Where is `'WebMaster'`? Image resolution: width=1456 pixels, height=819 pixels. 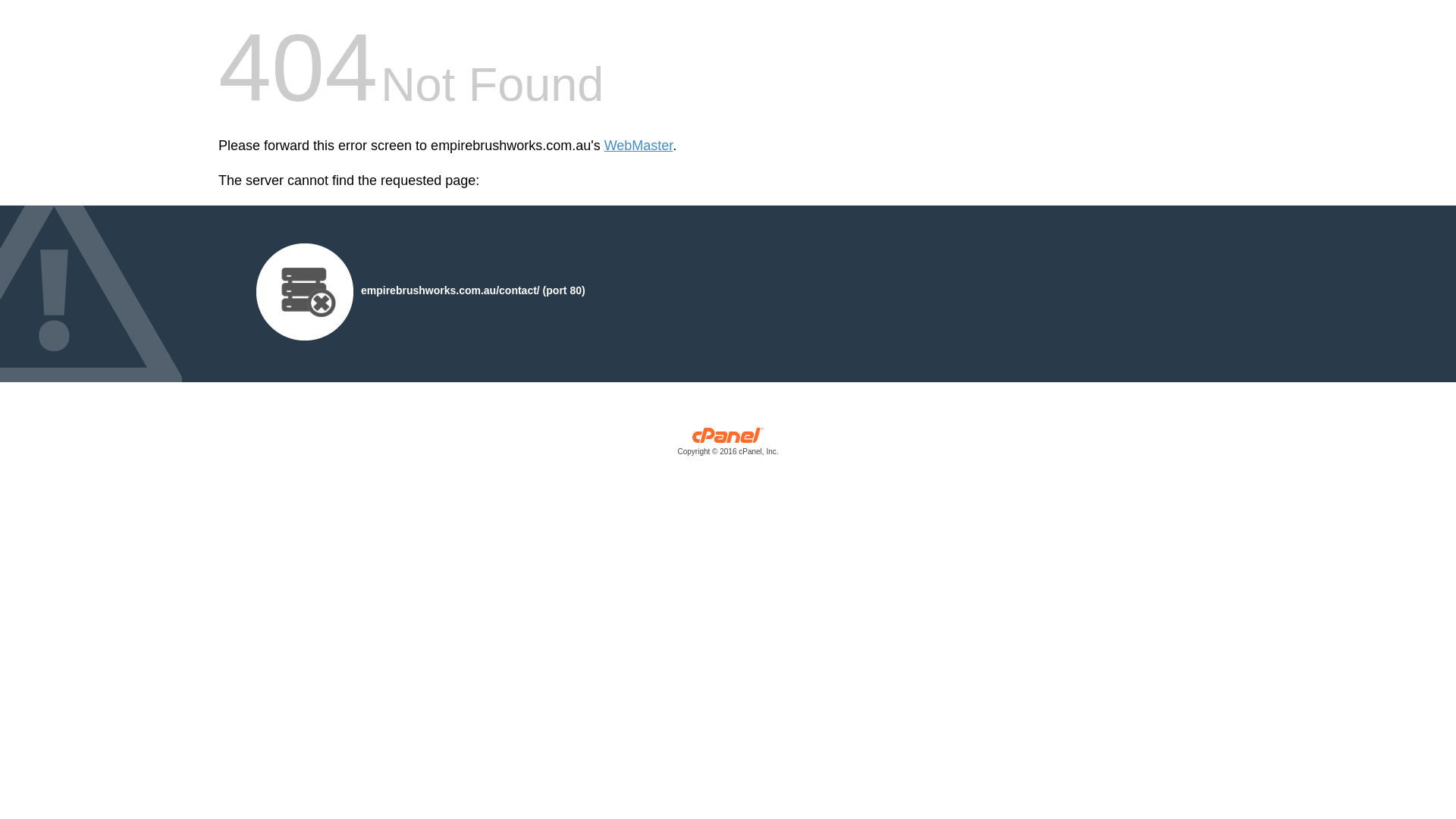 'WebMaster' is located at coordinates (639, 146).